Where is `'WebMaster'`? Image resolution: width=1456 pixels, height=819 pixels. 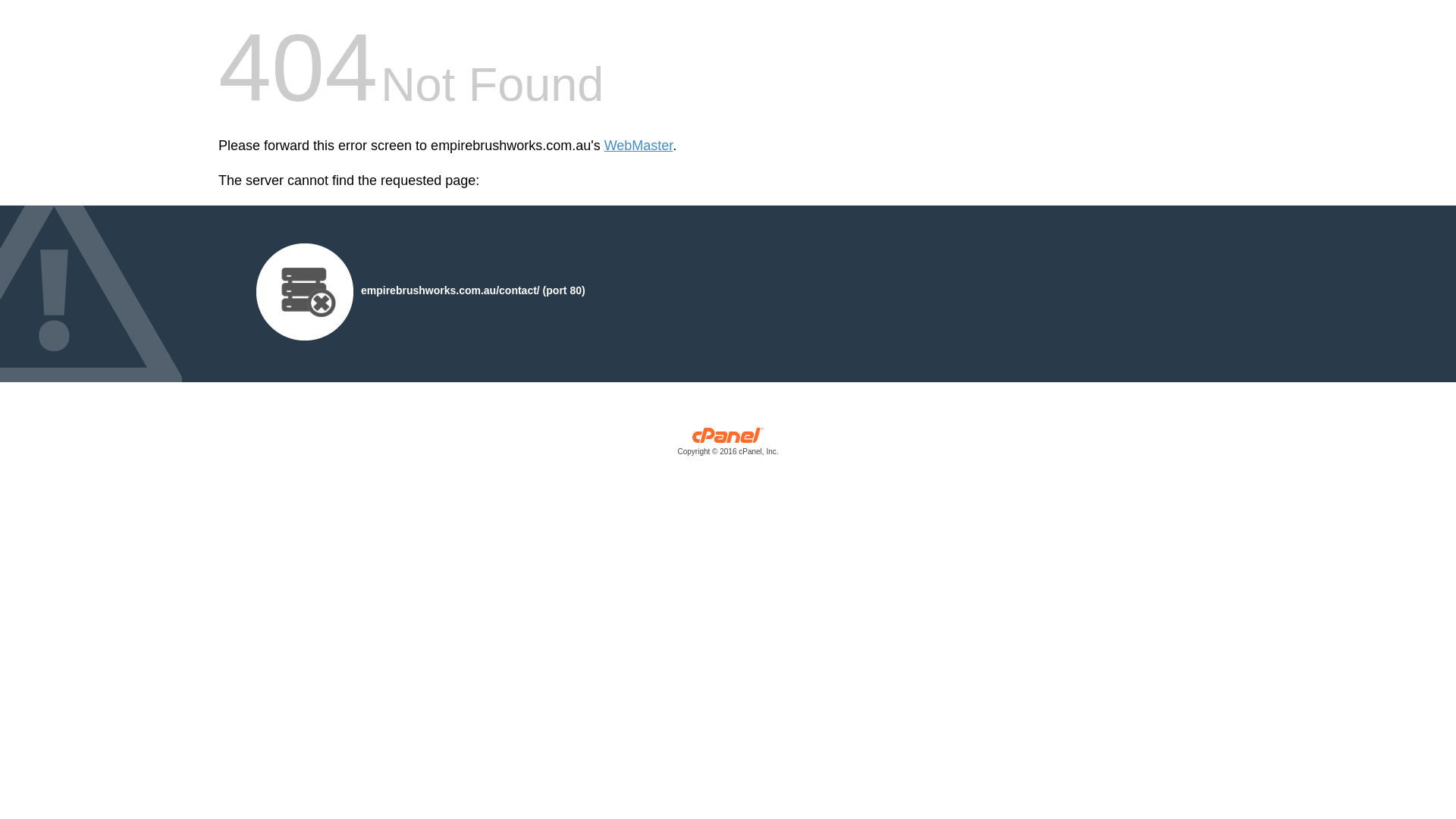 'WebMaster' is located at coordinates (639, 146).